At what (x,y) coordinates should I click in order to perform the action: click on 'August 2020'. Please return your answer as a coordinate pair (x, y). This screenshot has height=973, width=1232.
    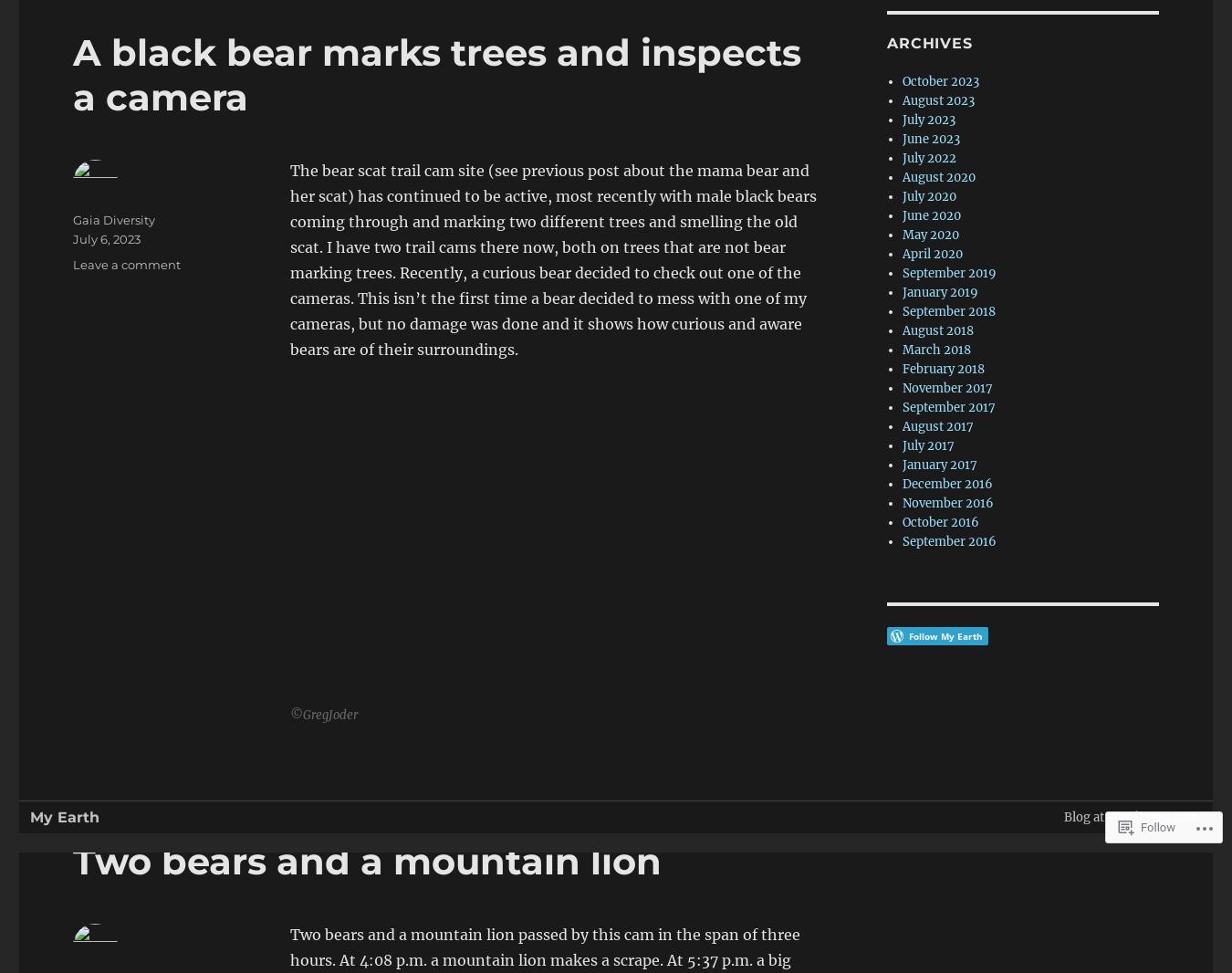
    Looking at the image, I should click on (938, 176).